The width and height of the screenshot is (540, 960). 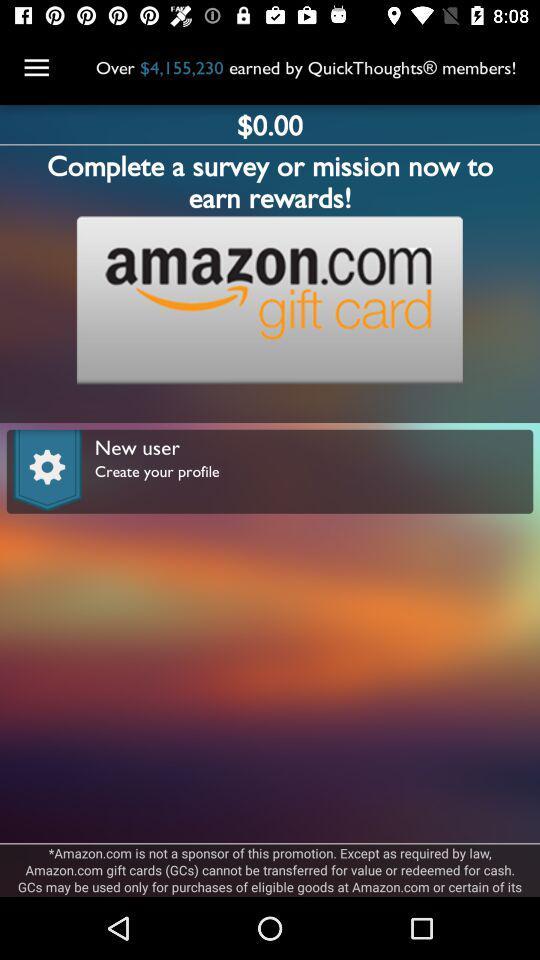 What do you see at coordinates (36, 68) in the screenshot?
I see `item next to over 4 155` at bounding box center [36, 68].